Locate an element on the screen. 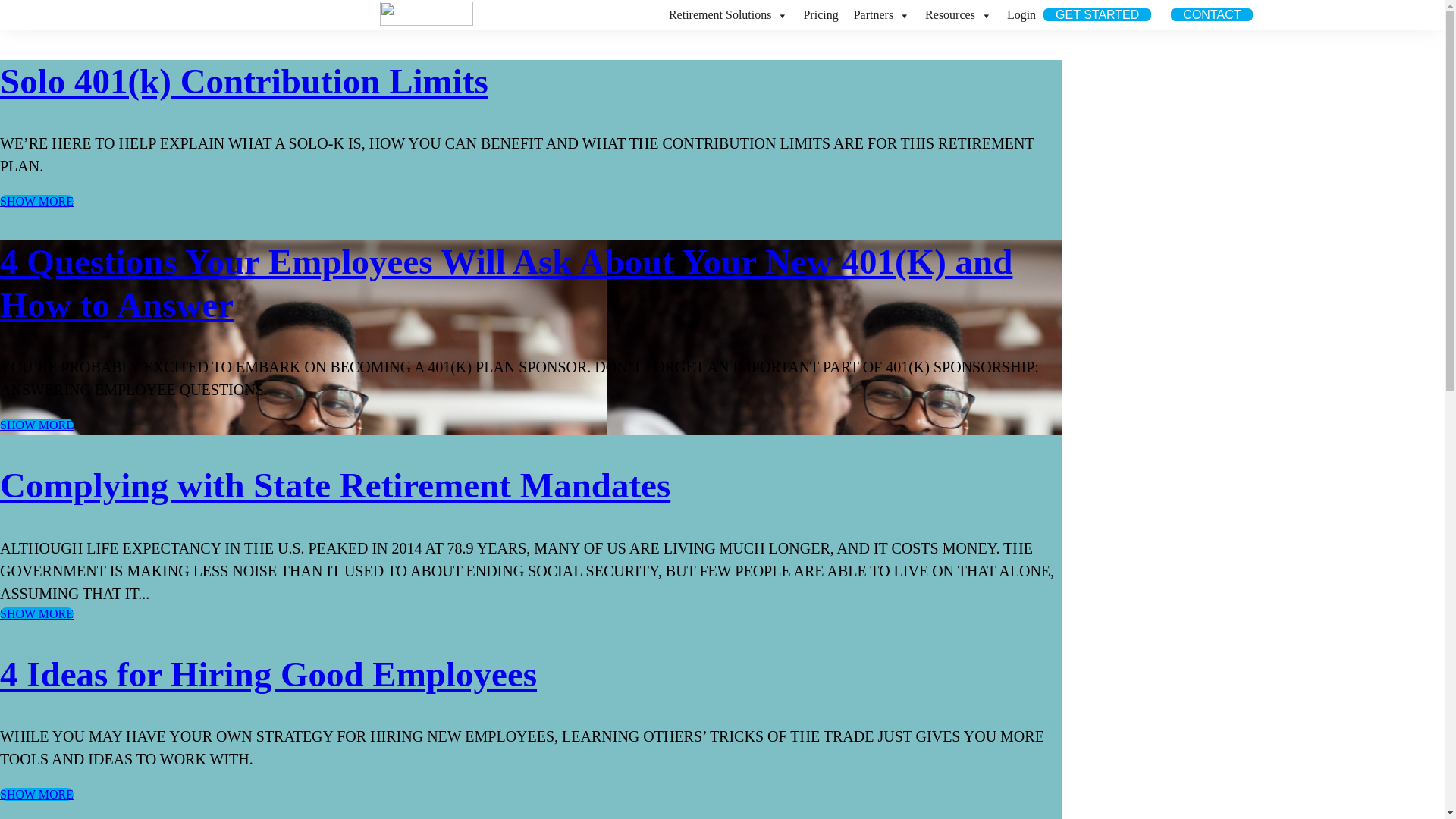  'SHOW MORE' is located at coordinates (36, 793).